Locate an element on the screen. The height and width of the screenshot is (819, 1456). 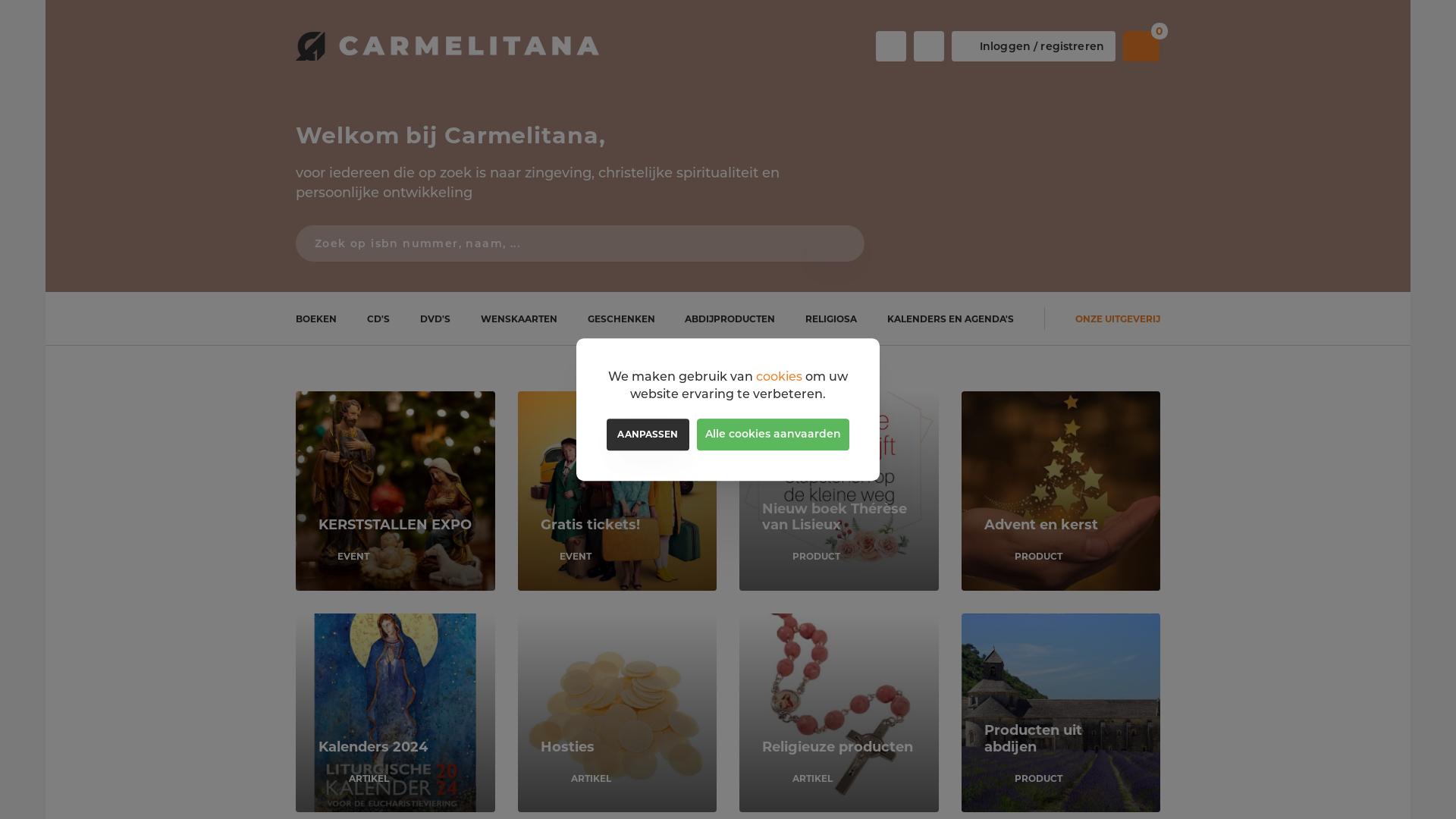
'0' is located at coordinates (1141, 45).